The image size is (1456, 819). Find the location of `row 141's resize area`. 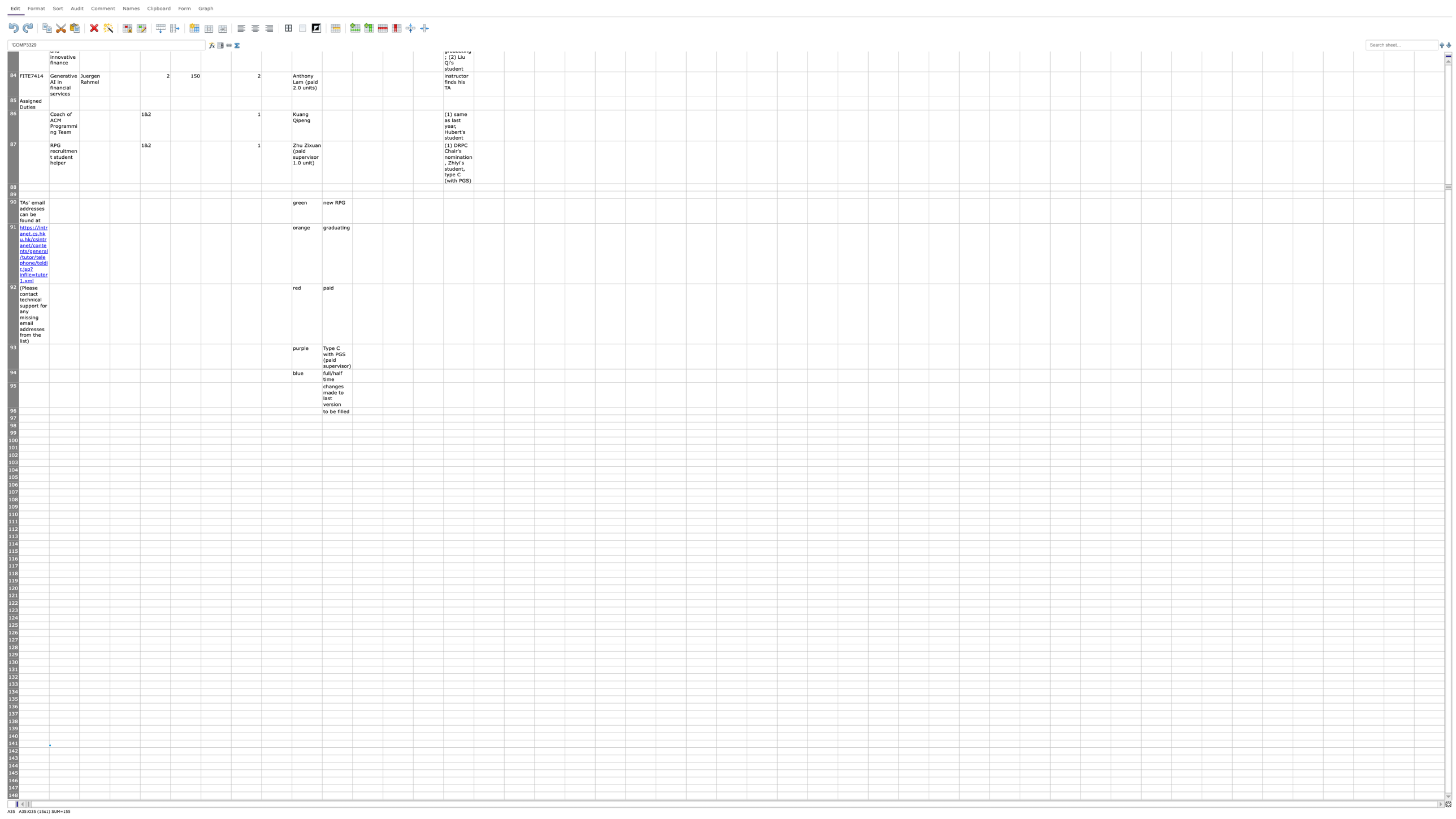

row 141's resize area is located at coordinates (13, 747).